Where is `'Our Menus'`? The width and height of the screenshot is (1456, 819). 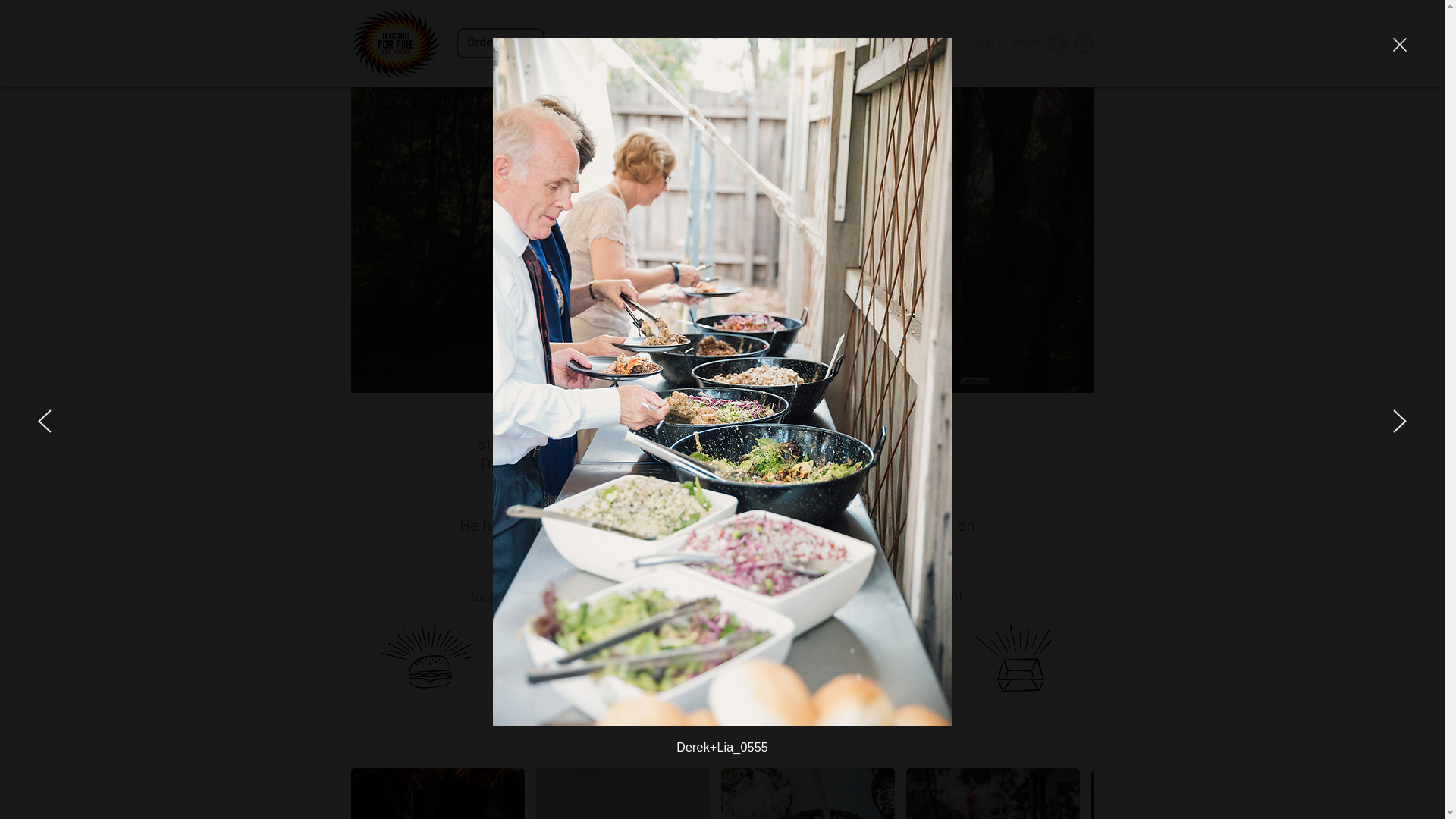
'Our Menus' is located at coordinates (698, 42).